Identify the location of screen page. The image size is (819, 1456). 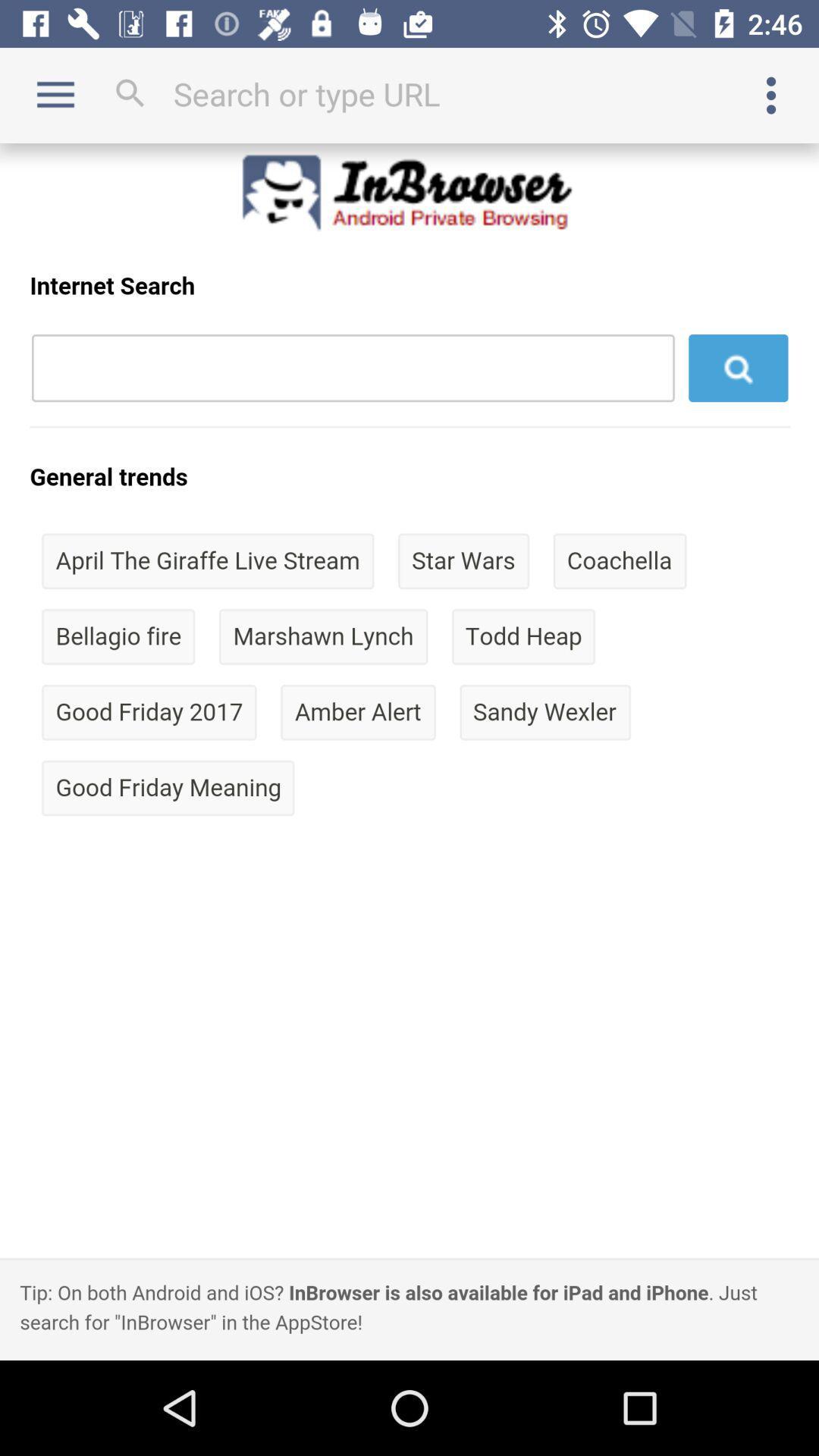
(409, 752).